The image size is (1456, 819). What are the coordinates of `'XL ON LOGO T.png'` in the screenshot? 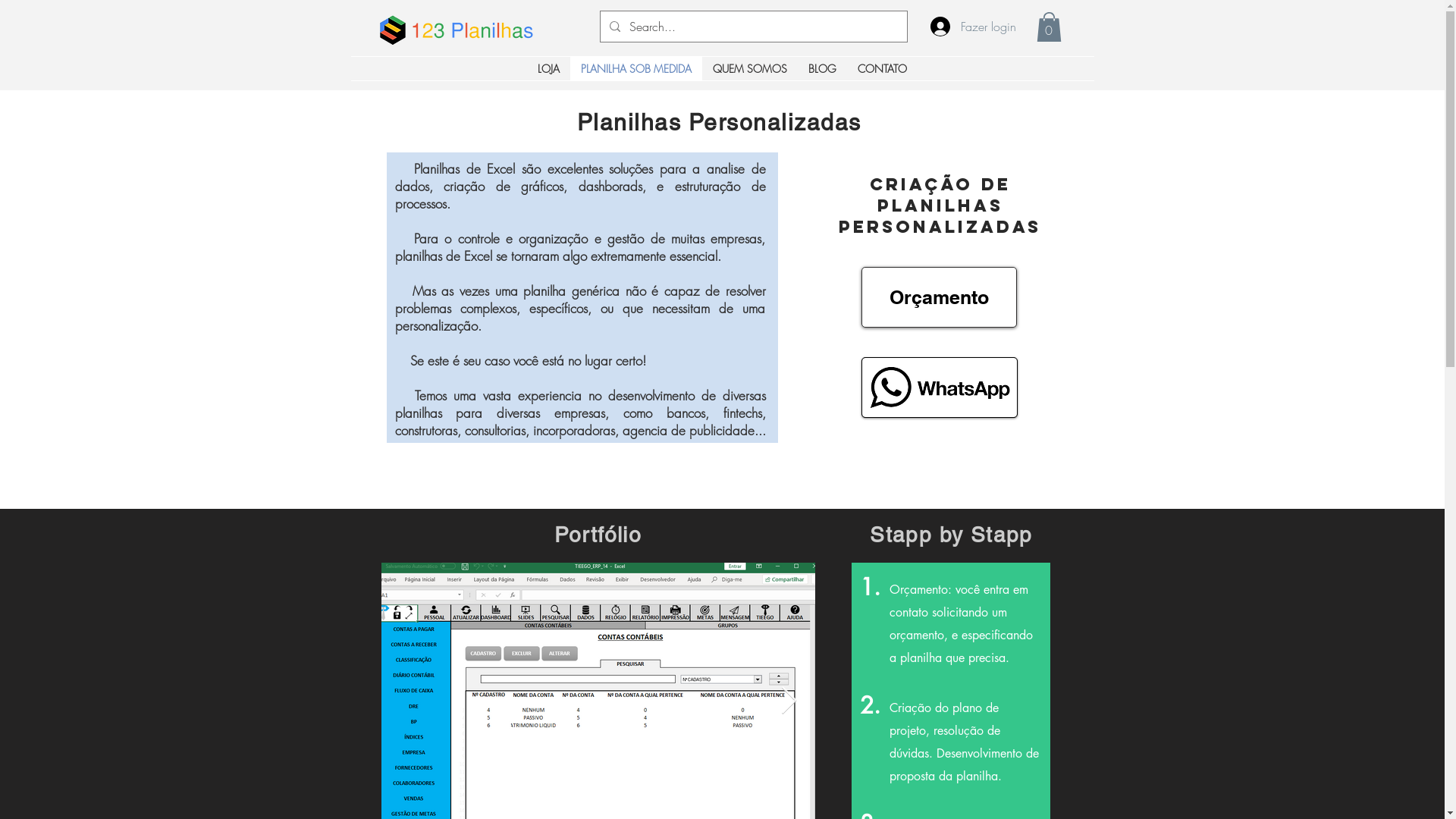 It's located at (392, 26).